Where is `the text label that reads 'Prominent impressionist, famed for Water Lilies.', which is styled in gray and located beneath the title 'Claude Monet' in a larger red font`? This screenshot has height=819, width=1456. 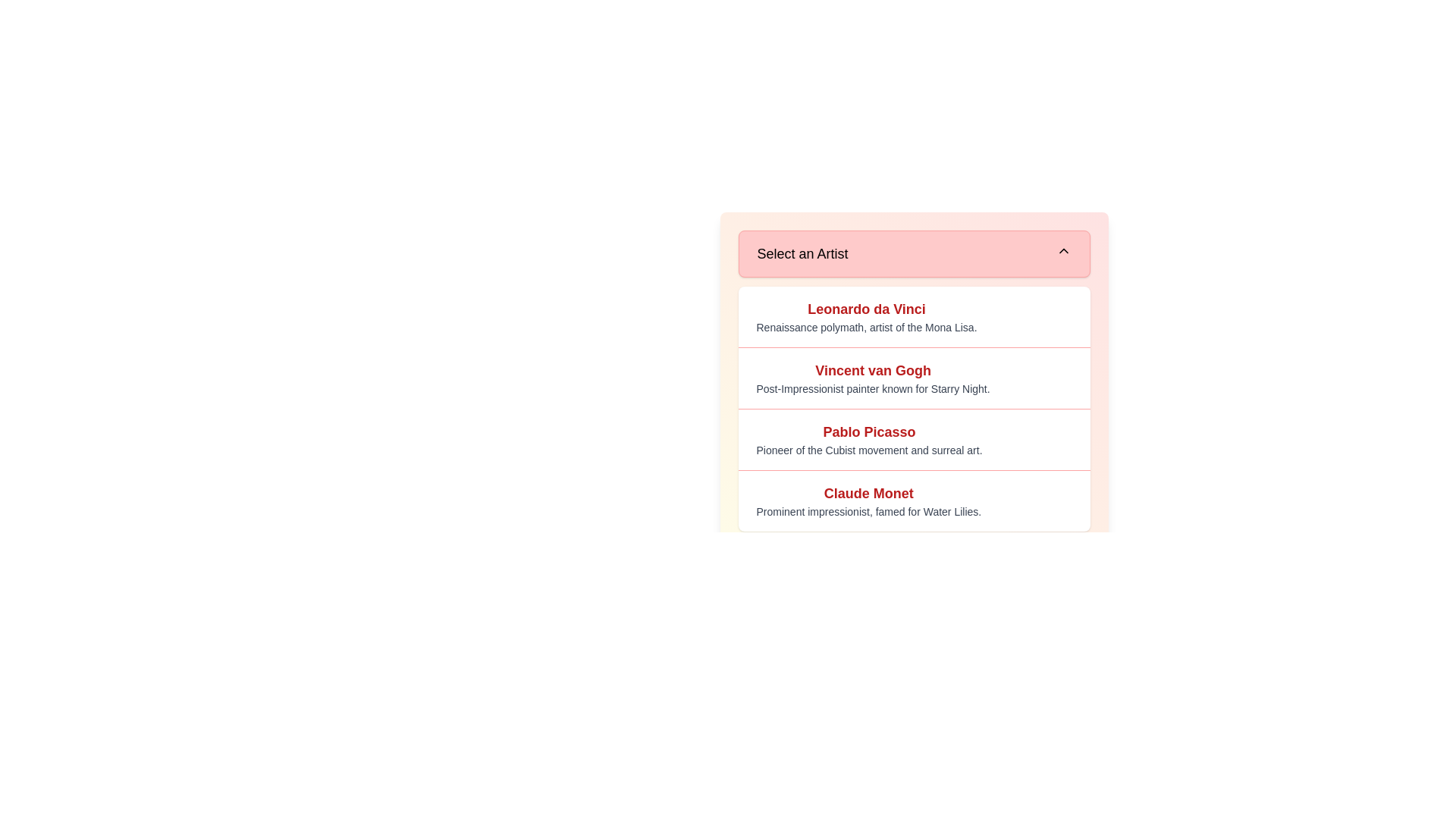 the text label that reads 'Prominent impressionist, famed for Water Lilies.', which is styled in gray and located beneath the title 'Claude Monet' in a larger red font is located at coordinates (868, 512).